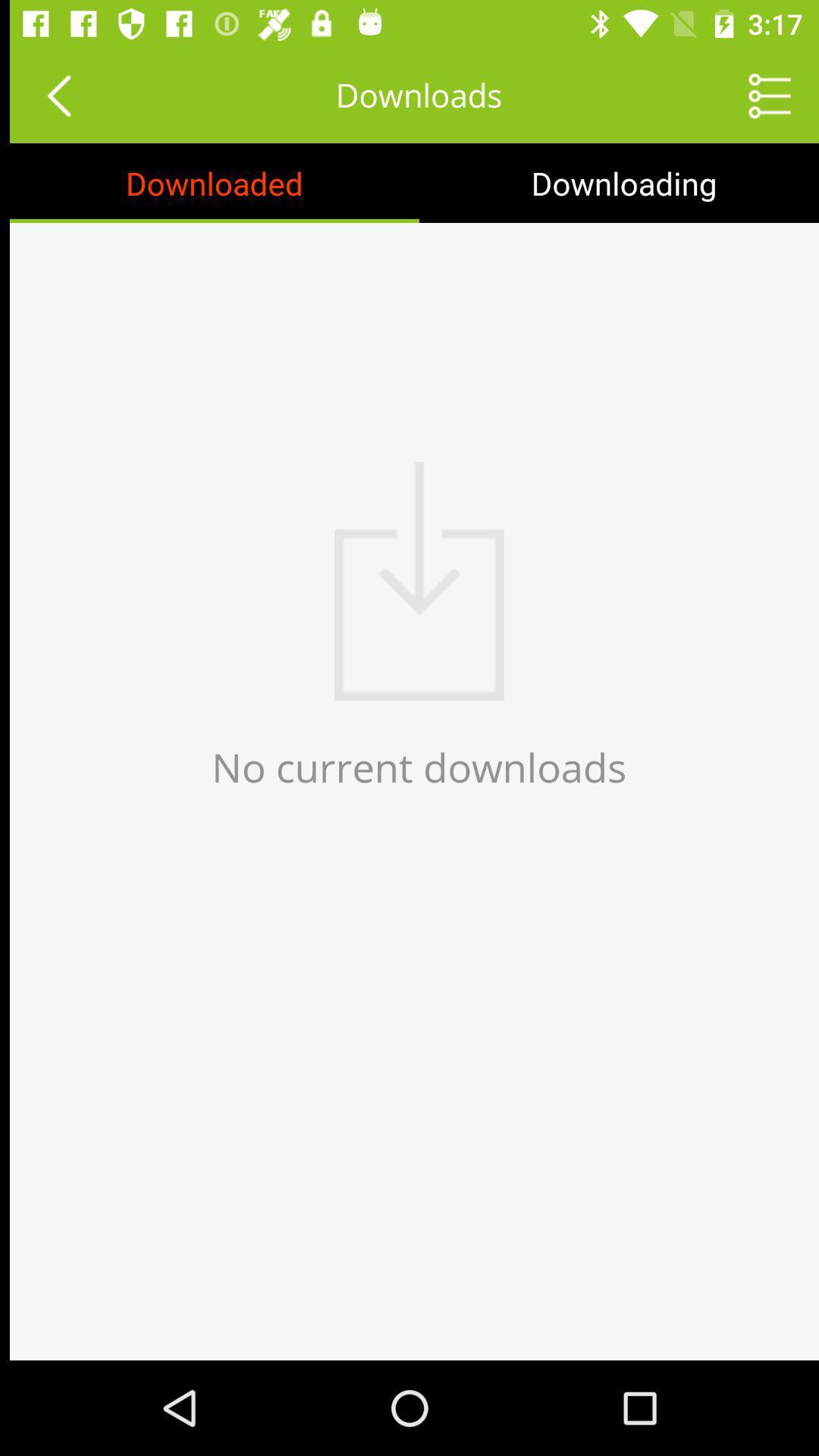  I want to click on item to the right of the downloads icon, so click(760, 94).